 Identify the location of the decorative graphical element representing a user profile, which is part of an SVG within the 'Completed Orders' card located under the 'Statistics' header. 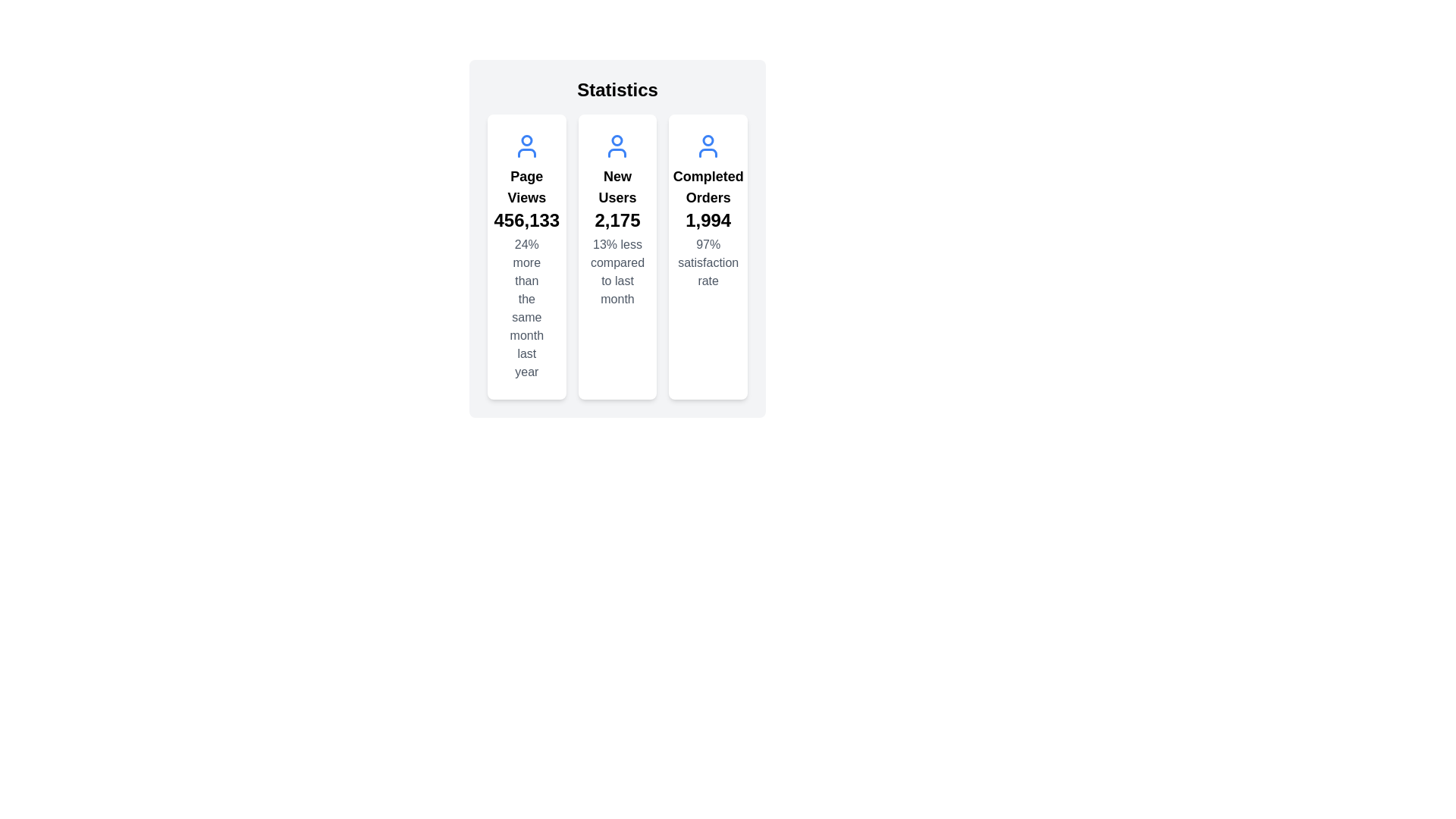
(708, 152).